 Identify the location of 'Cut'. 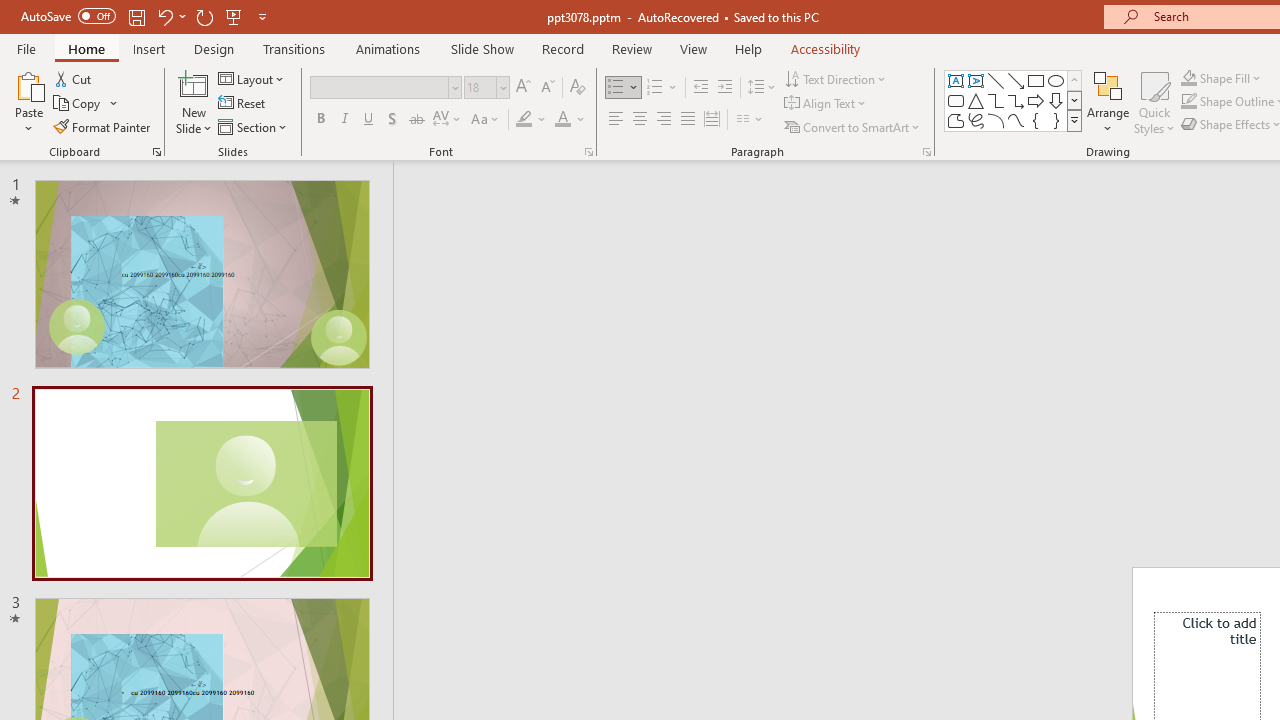
(74, 78).